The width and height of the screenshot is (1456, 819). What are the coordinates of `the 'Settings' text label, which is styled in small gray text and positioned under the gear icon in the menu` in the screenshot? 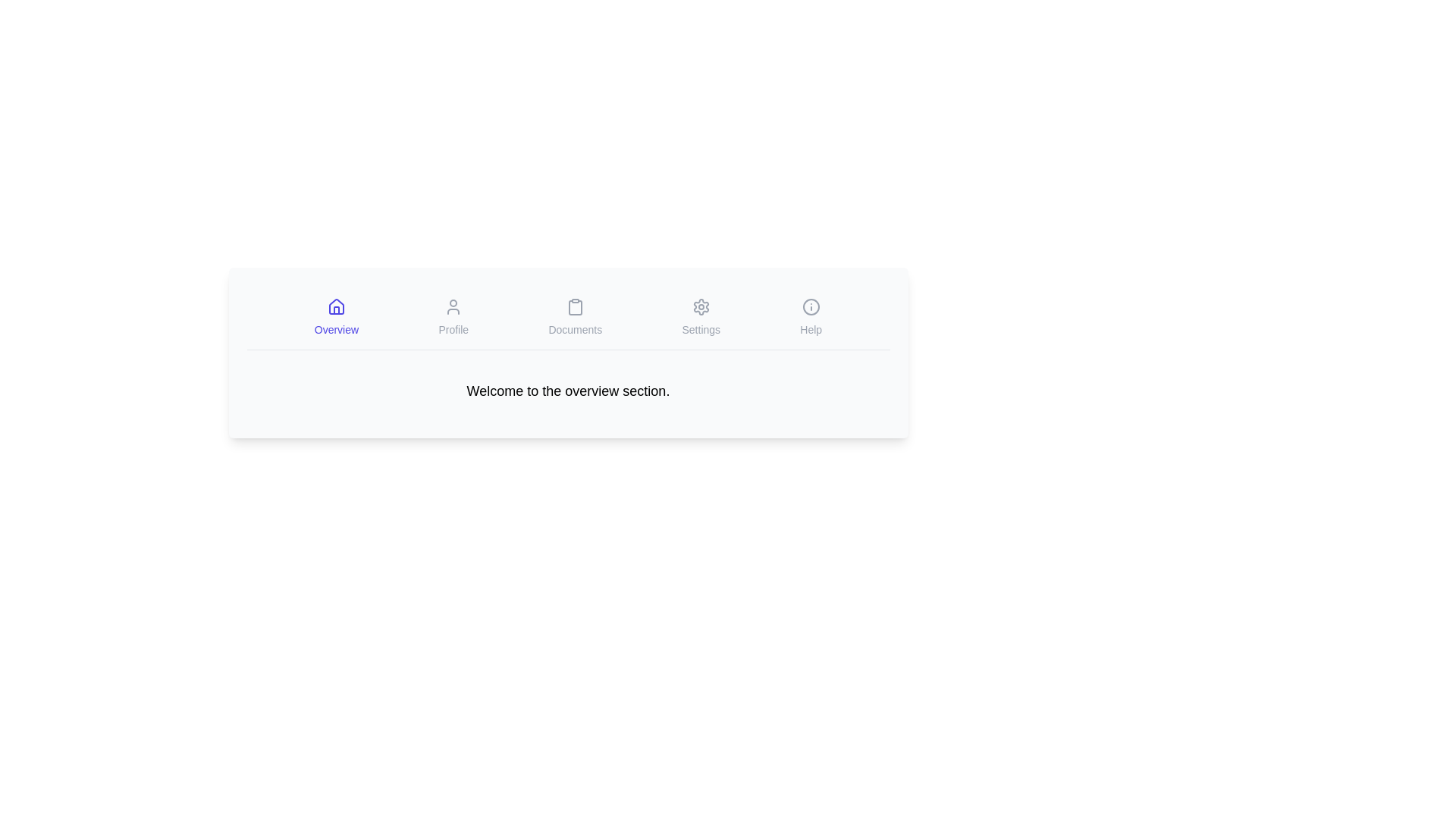 It's located at (700, 329).